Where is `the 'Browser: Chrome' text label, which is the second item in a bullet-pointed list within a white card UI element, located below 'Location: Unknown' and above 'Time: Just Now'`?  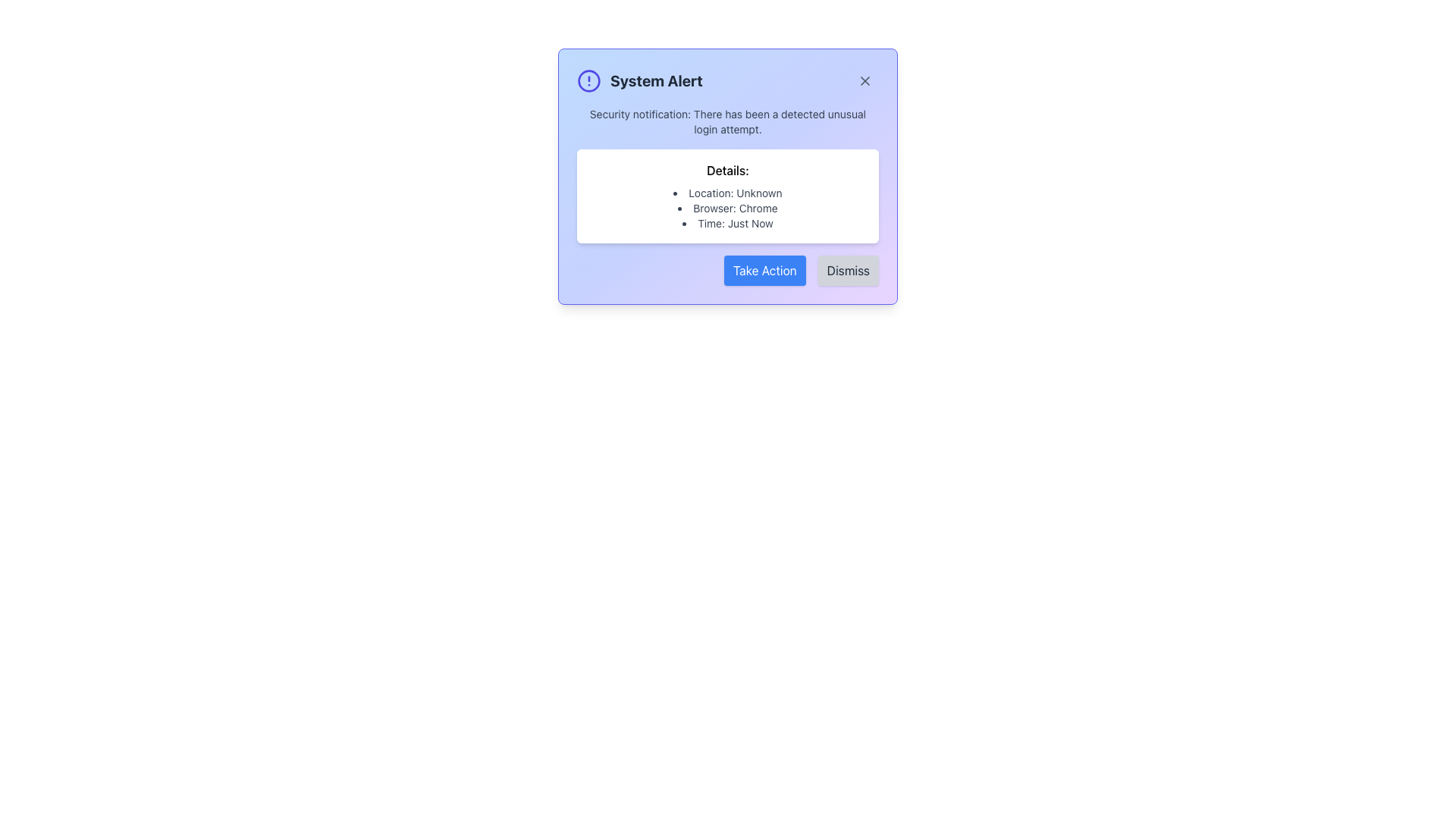
the 'Browser: Chrome' text label, which is the second item in a bullet-pointed list within a white card UI element, located below 'Location: Unknown' and above 'Time: Just Now' is located at coordinates (728, 208).